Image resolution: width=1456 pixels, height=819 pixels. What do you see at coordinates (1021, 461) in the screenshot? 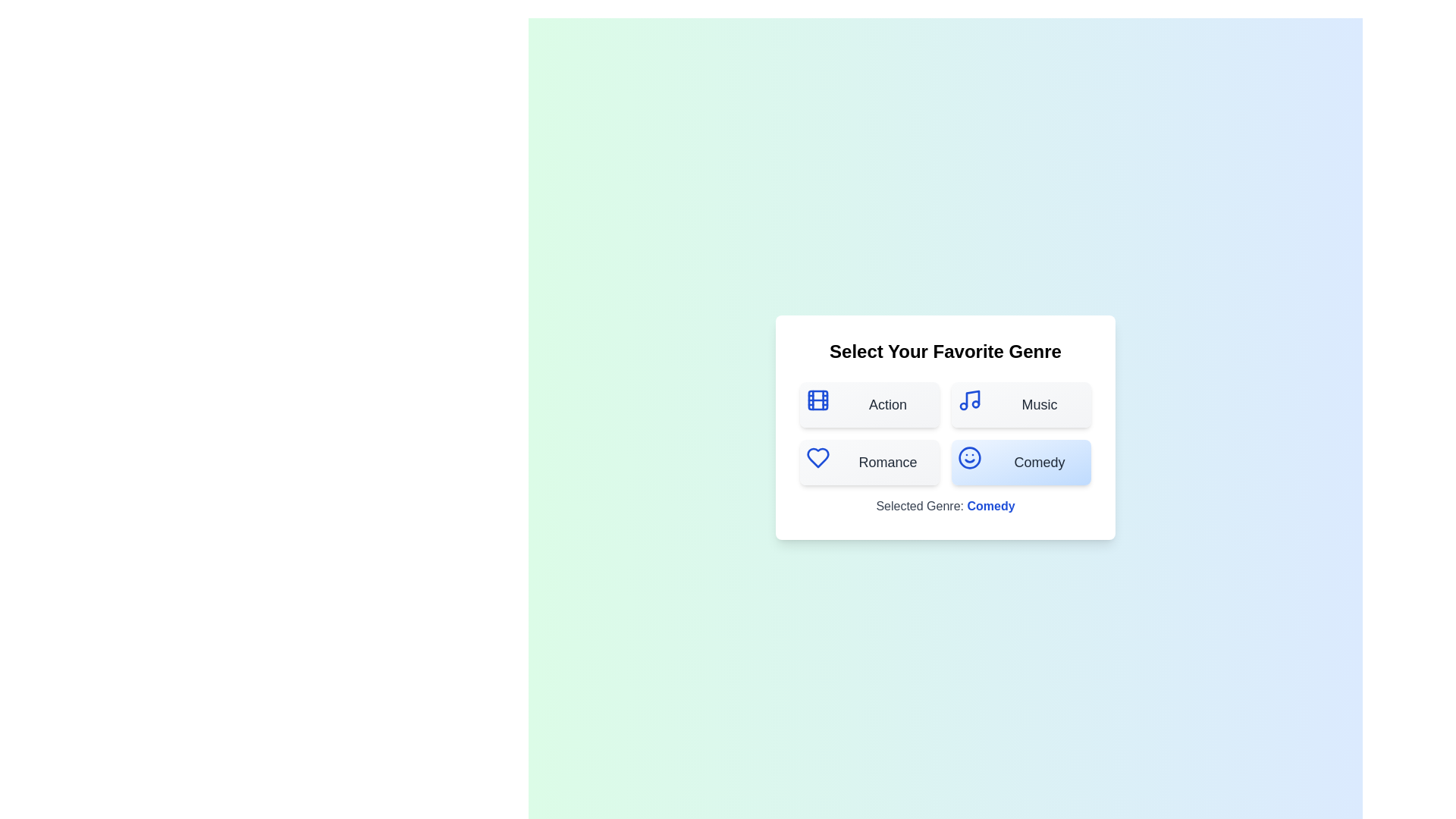
I see `the 'Comedy' button, which is styled with a light blue gradient background, rounded corners, and features a smiling face icon on the left` at bounding box center [1021, 461].